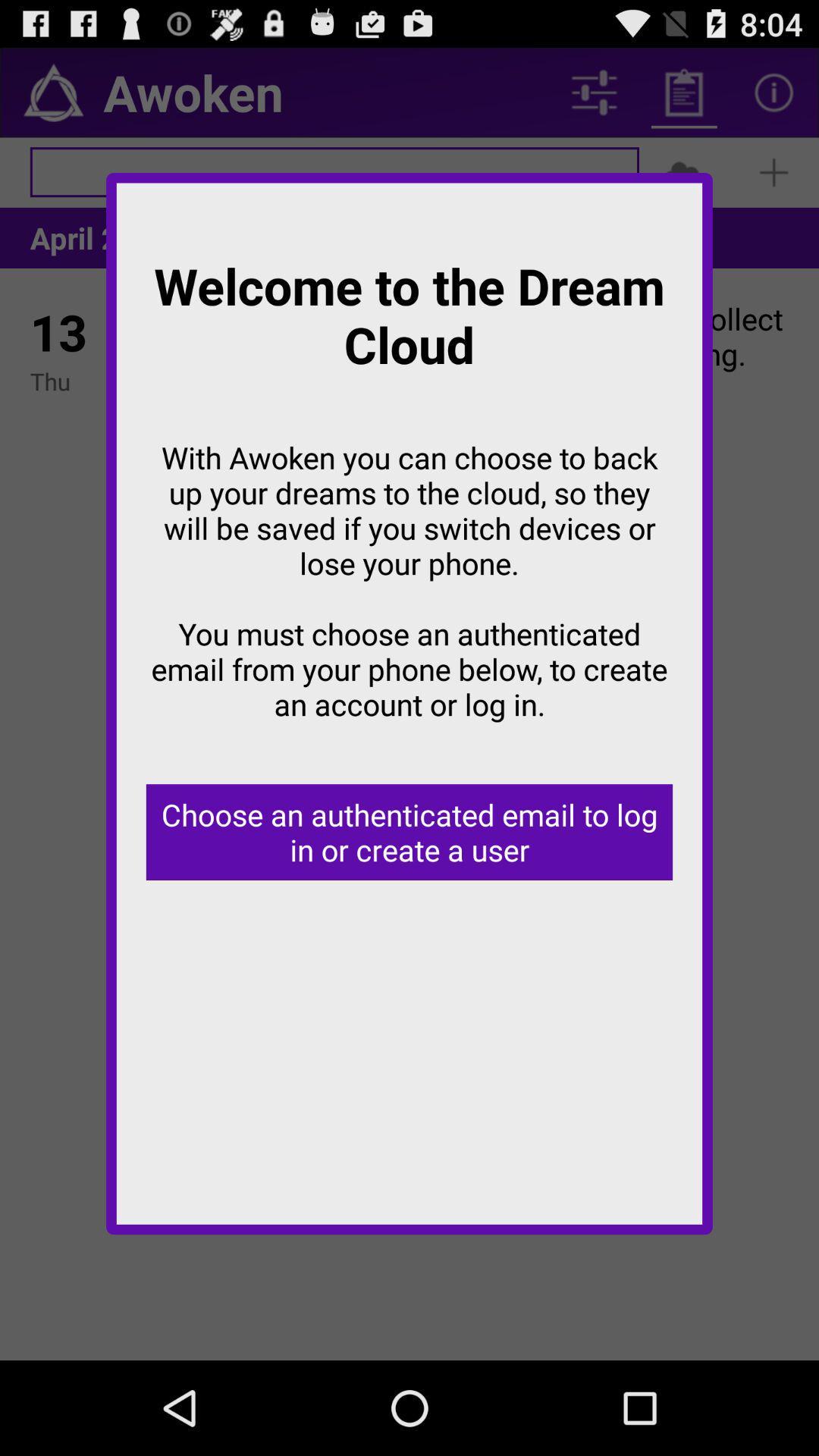 The image size is (819, 1456). Describe the element at coordinates (409, 831) in the screenshot. I see `item below the with awoken you app` at that location.